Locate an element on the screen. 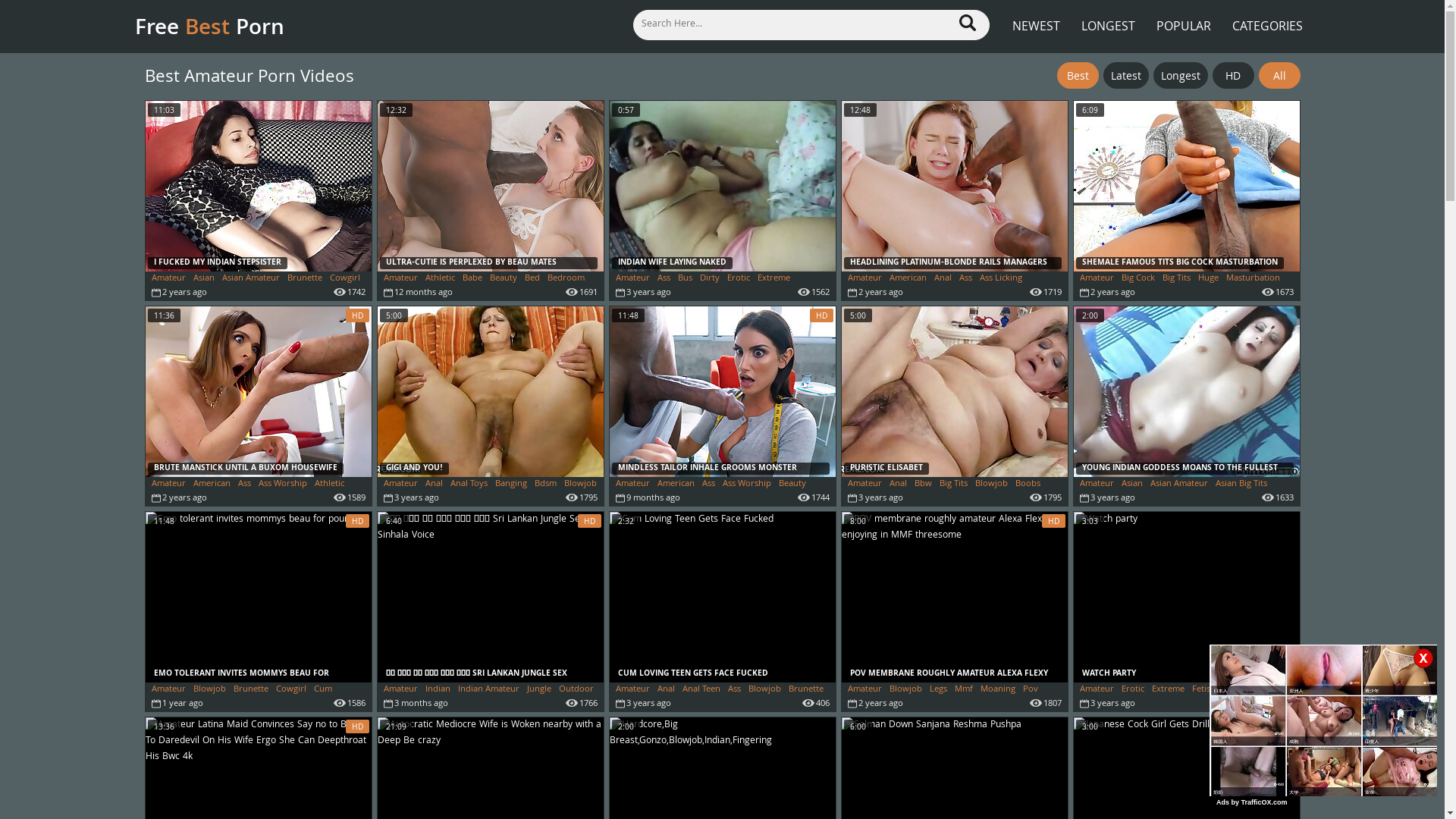 The image size is (1456, 819). 'Amateur' is located at coordinates (400, 278).